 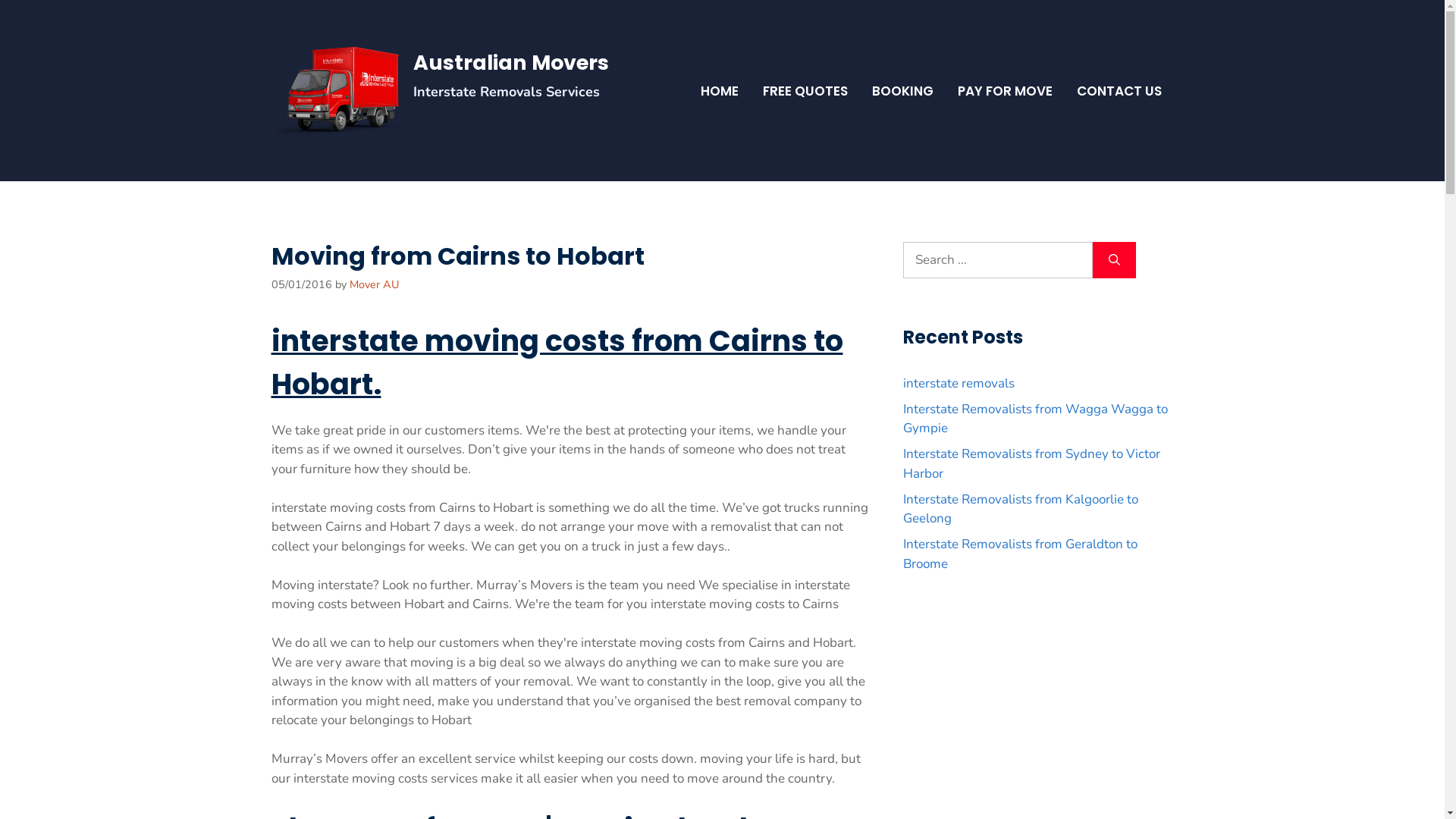 What do you see at coordinates (957, 382) in the screenshot?
I see `'interstate removals'` at bounding box center [957, 382].